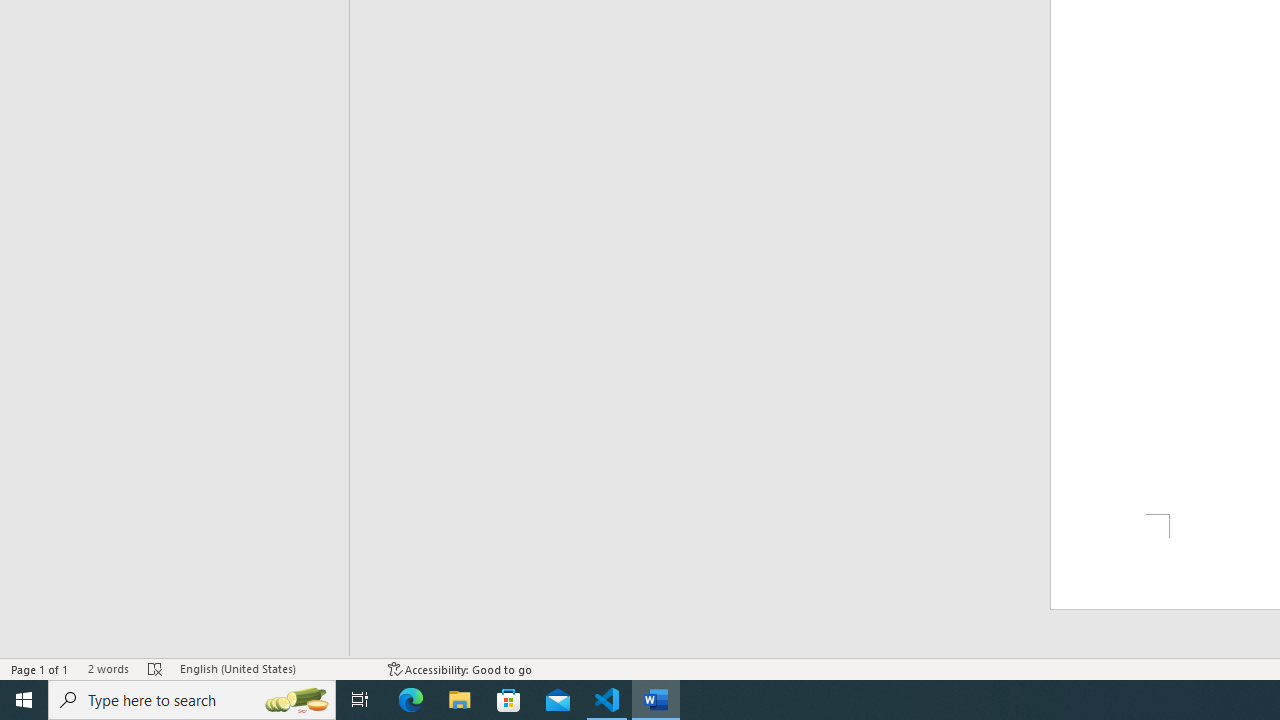 Image resolution: width=1280 pixels, height=720 pixels. I want to click on 'Language English (United States)', so click(273, 669).